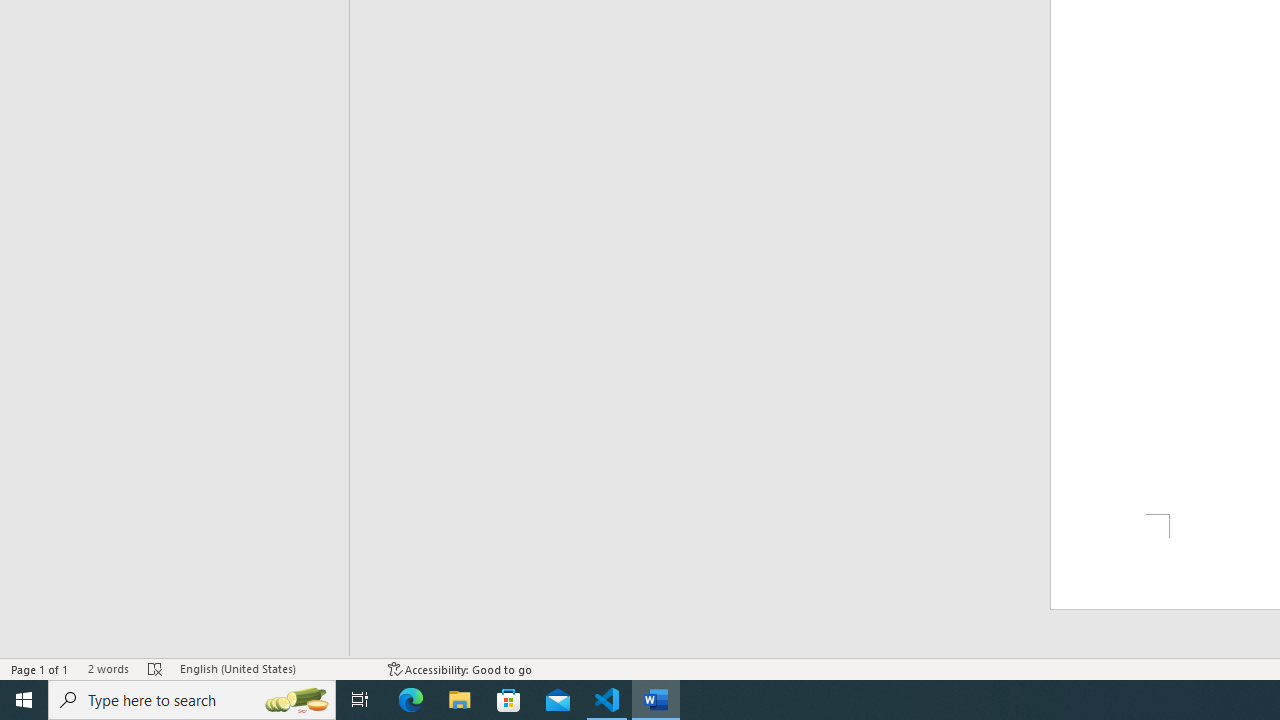 Image resolution: width=1280 pixels, height=720 pixels. I want to click on 'Language English (United States)', so click(273, 669).